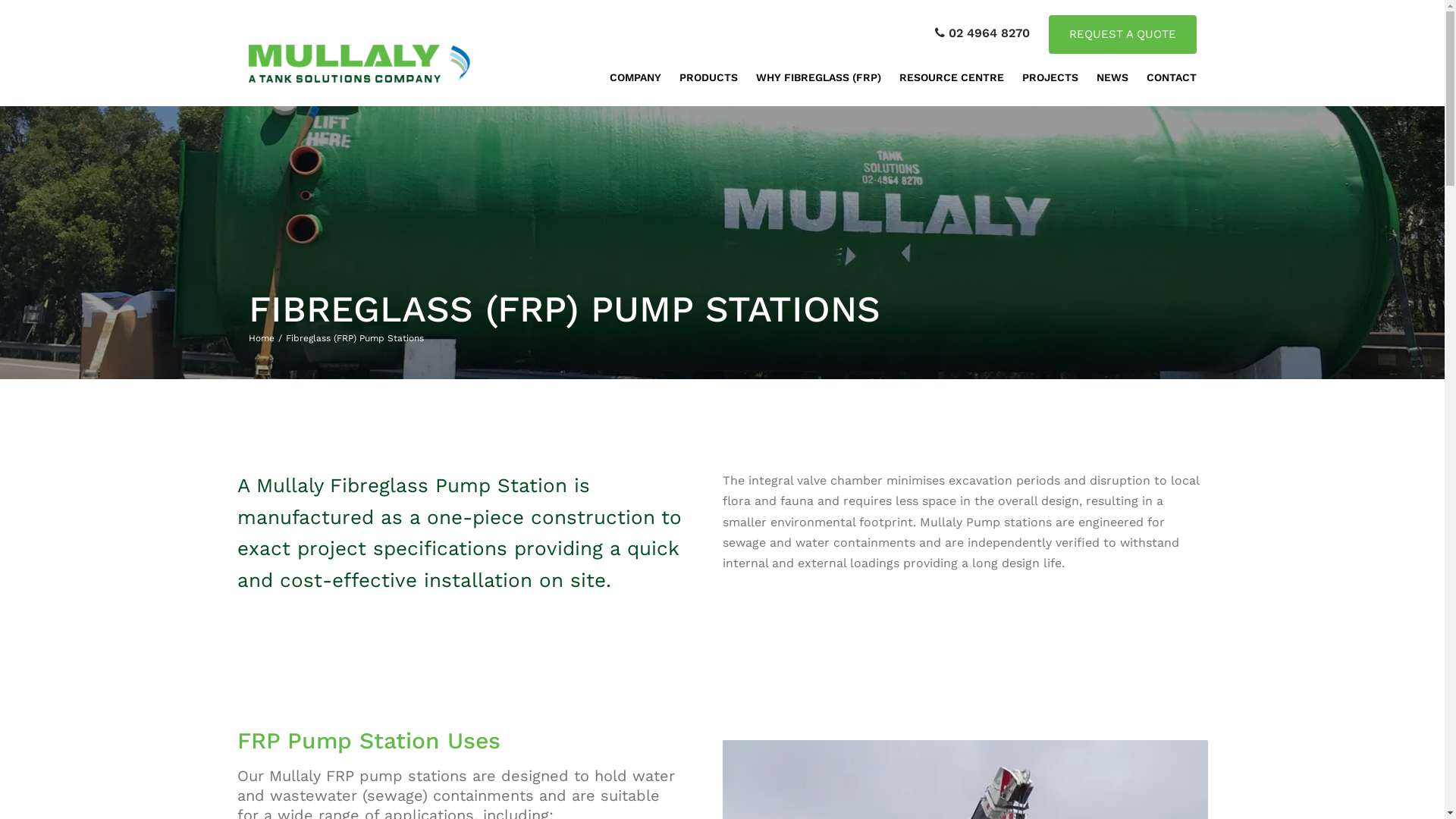 The image size is (1456, 819). I want to click on '02 4964 8270', so click(981, 33).